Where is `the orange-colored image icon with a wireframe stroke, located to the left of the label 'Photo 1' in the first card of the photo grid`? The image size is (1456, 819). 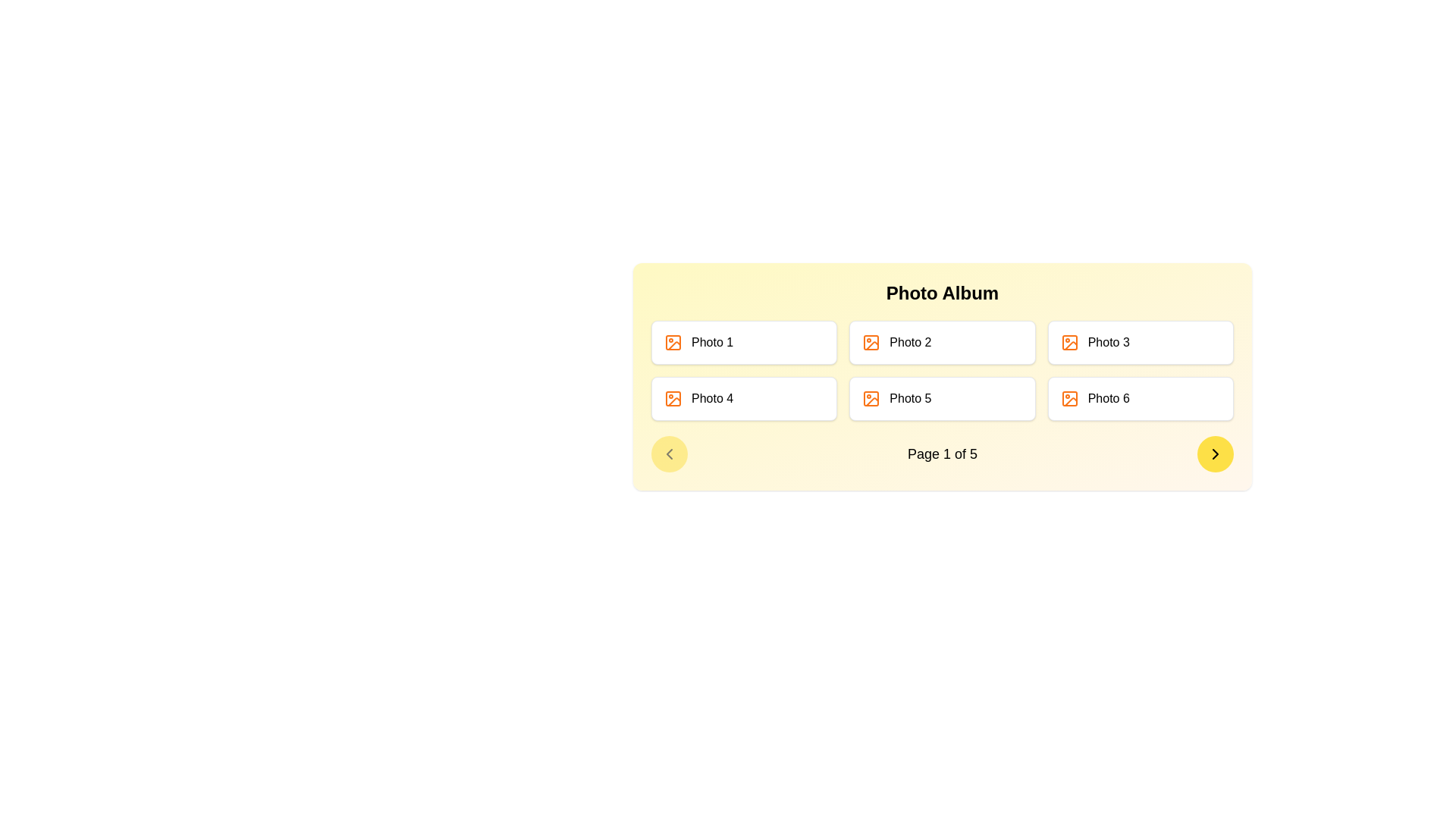 the orange-colored image icon with a wireframe stroke, located to the left of the label 'Photo 1' in the first card of the photo grid is located at coordinates (673, 342).